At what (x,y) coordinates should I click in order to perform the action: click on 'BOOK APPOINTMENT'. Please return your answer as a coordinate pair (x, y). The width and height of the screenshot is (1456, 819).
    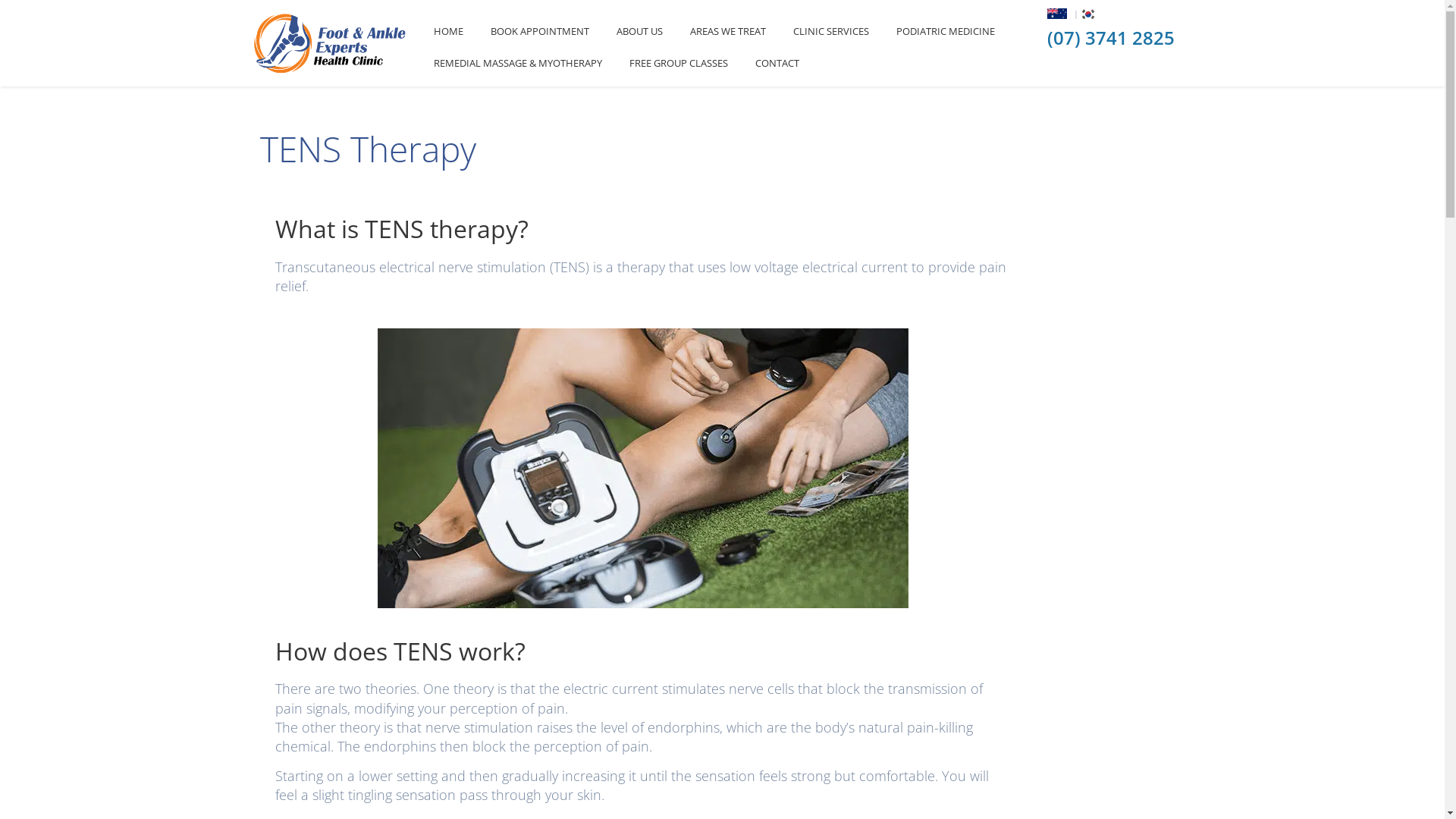
    Looking at the image, I should click on (539, 31).